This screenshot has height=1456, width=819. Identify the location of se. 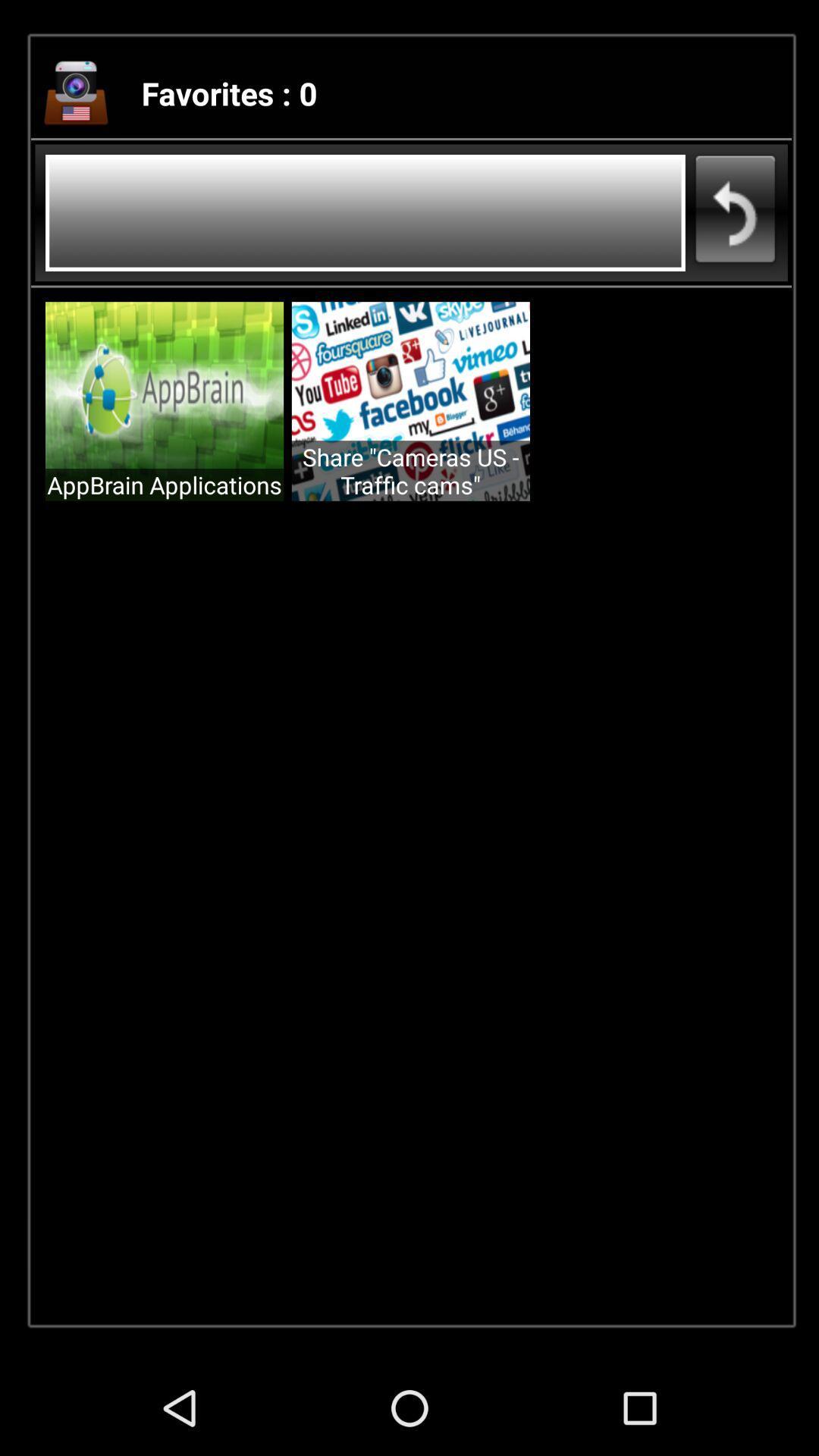
(365, 212).